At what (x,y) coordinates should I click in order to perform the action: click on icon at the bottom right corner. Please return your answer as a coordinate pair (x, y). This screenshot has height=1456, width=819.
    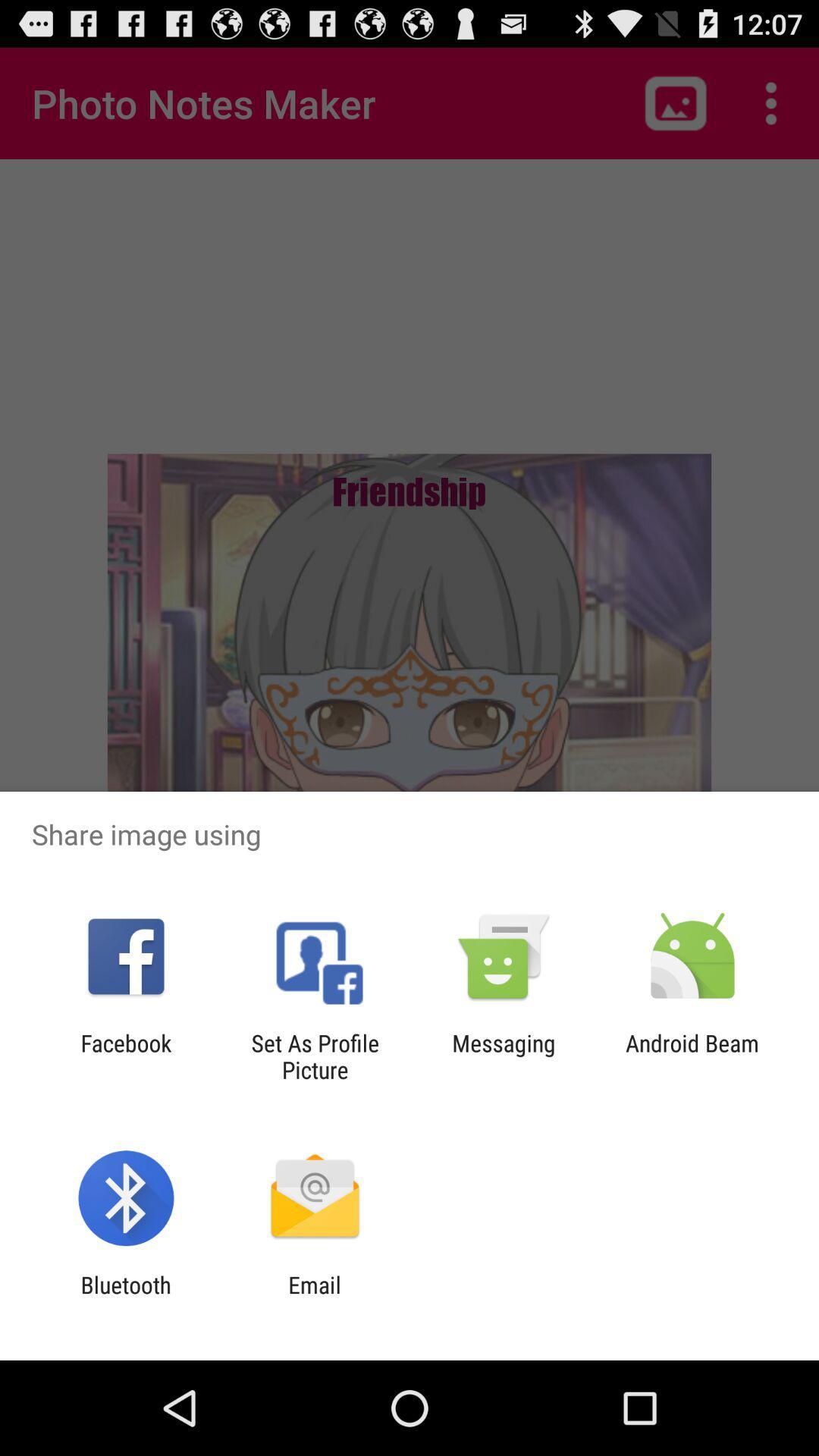
    Looking at the image, I should click on (692, 1056).